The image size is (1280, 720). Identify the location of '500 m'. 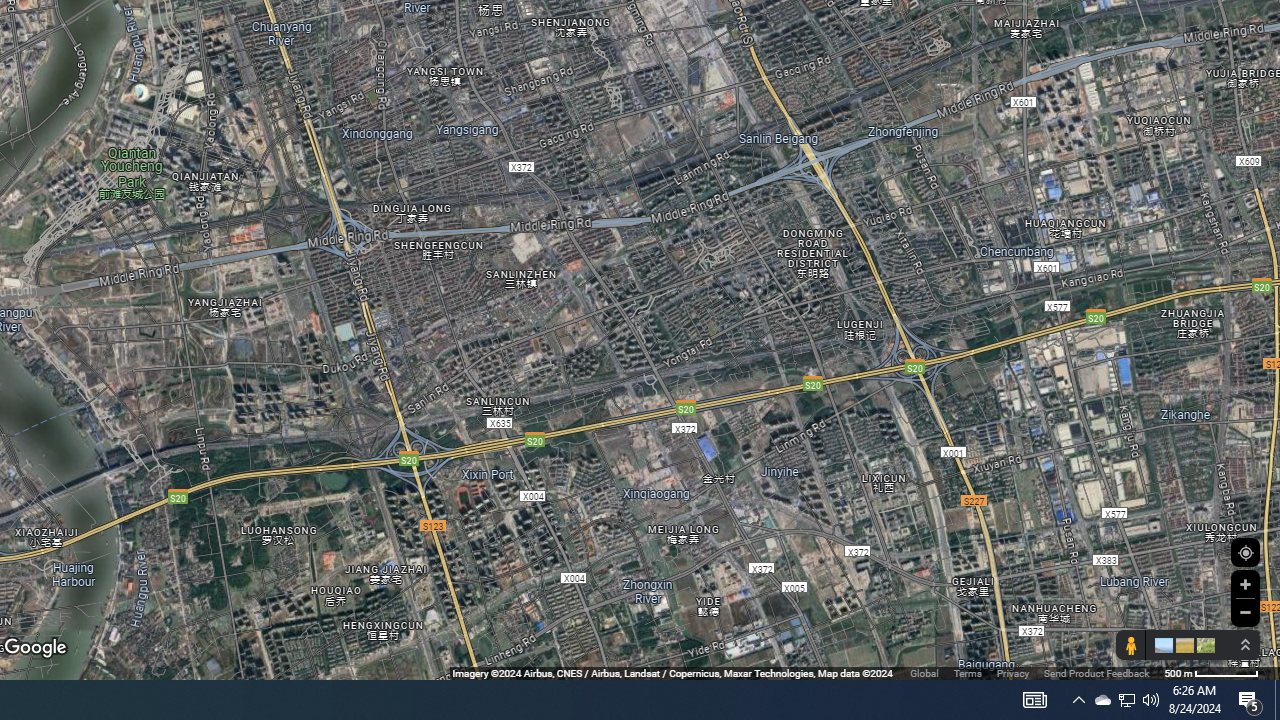
(1210, 673).